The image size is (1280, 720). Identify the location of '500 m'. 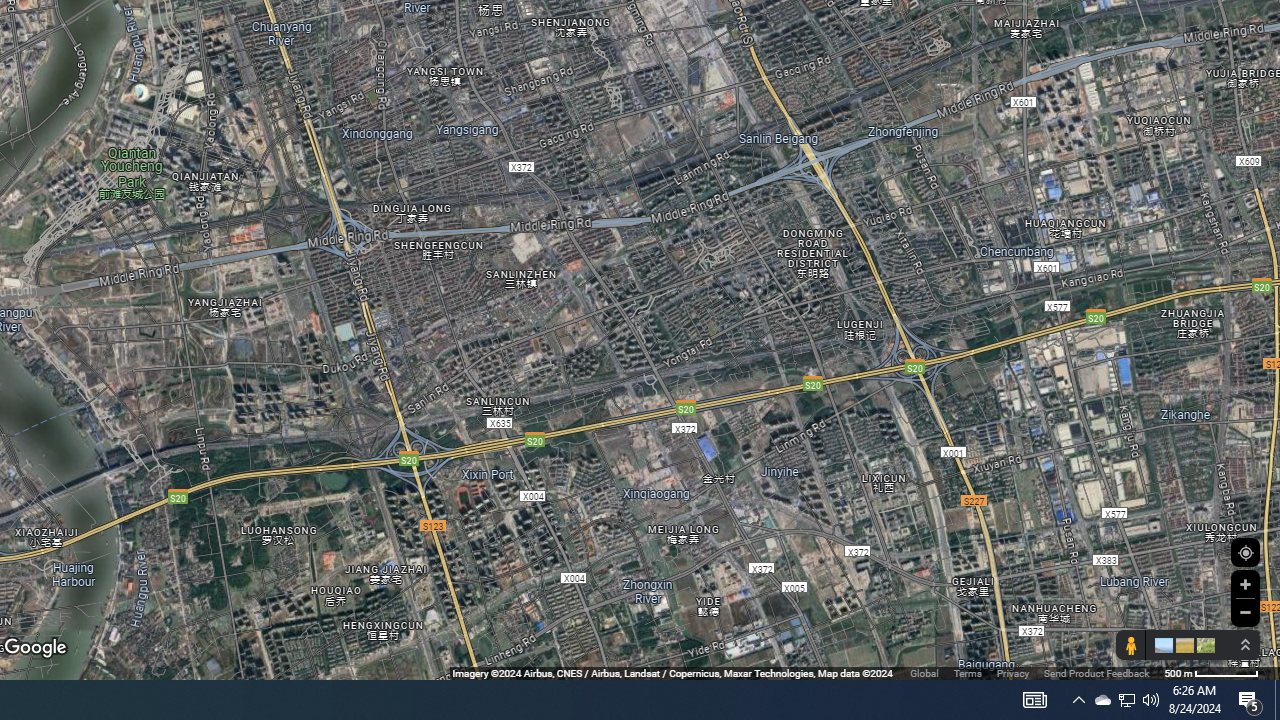
(1210, 673).